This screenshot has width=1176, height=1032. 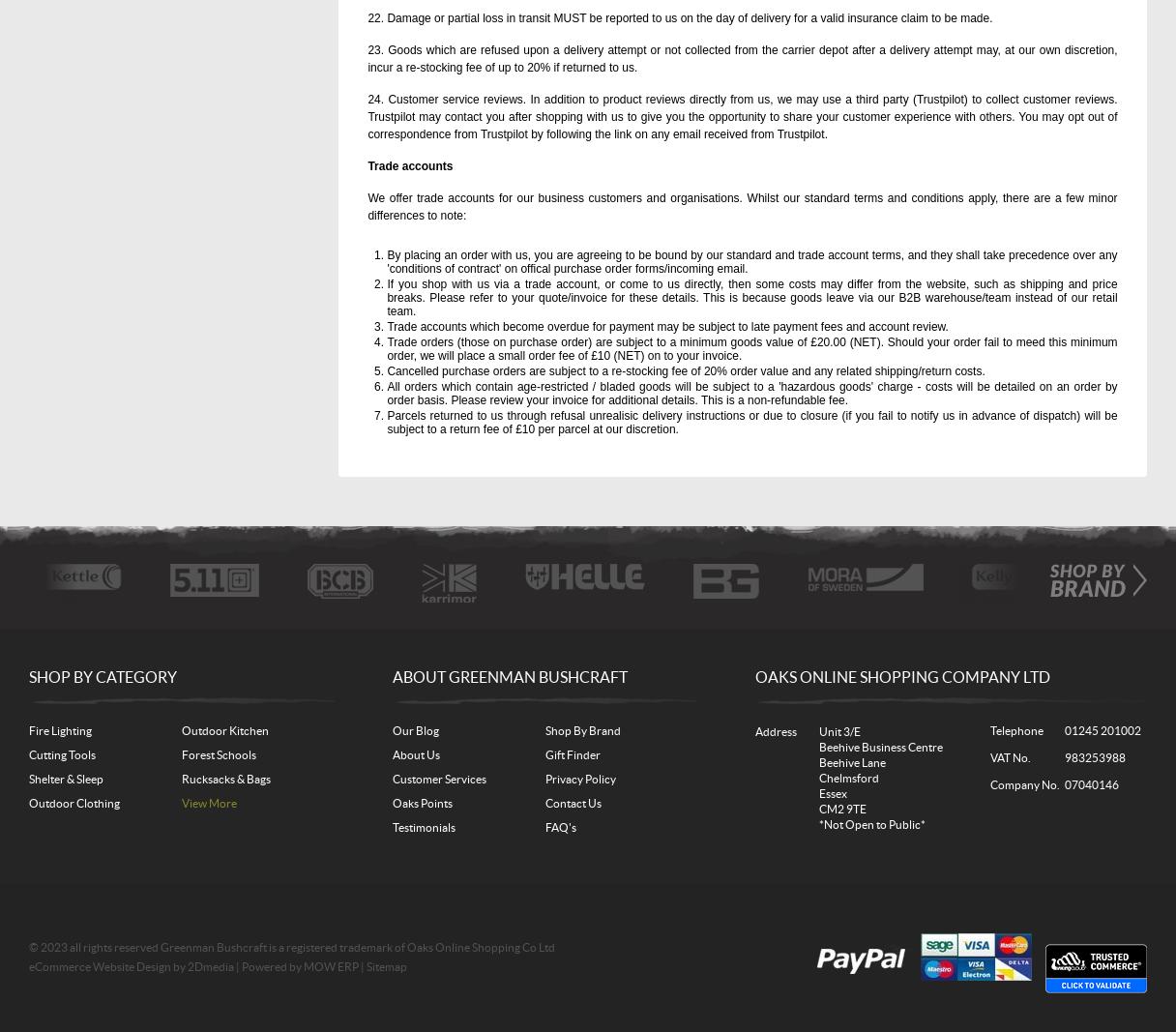 I want to click on '07040146', so click(x=1089, y=783).